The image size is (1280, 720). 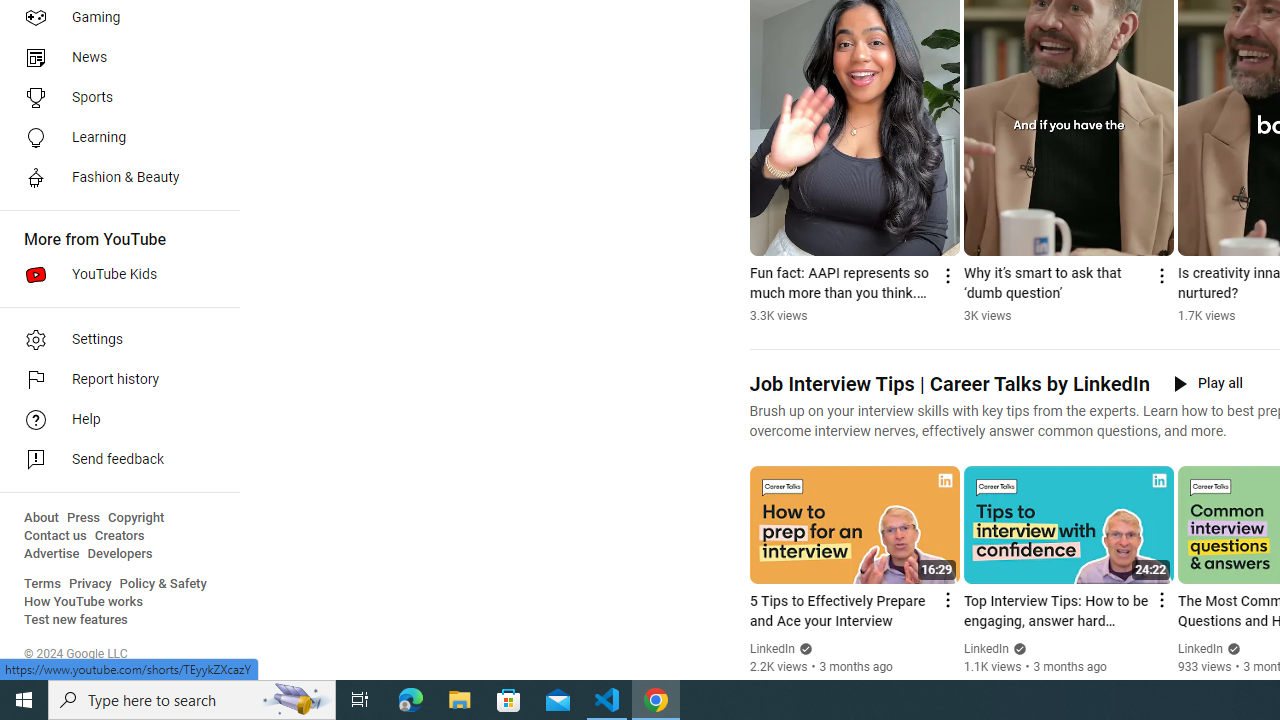 What do you see at coordinates (119, 554) in the screenshot?
I see `'Developers'` at bounding box center [119, 554].